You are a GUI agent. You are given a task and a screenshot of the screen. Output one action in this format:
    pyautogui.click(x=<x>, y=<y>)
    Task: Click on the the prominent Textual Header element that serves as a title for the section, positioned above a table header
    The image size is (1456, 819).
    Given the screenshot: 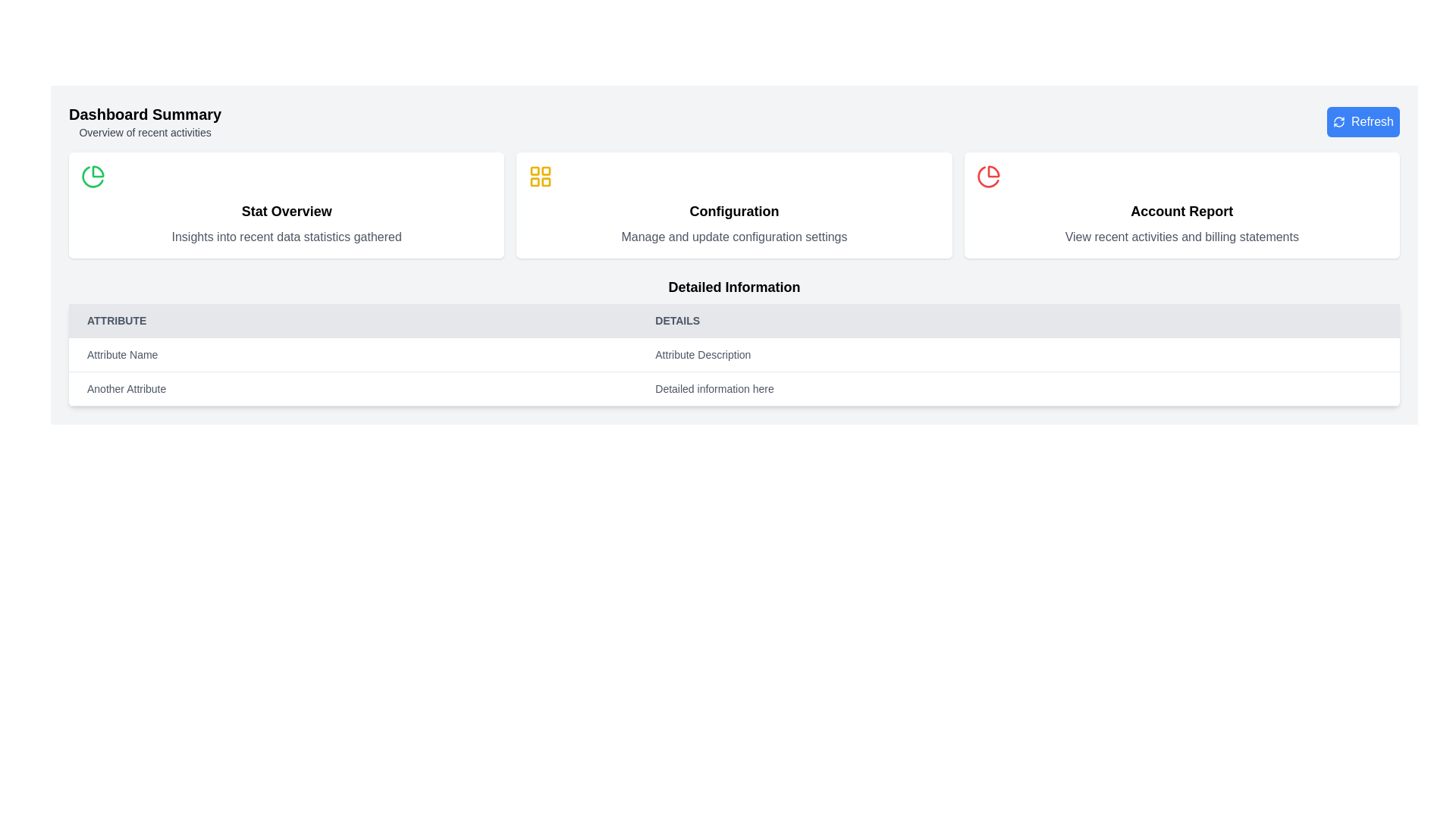 What is the action you would take?
    pyautogui.click(x=734, y=287)
    